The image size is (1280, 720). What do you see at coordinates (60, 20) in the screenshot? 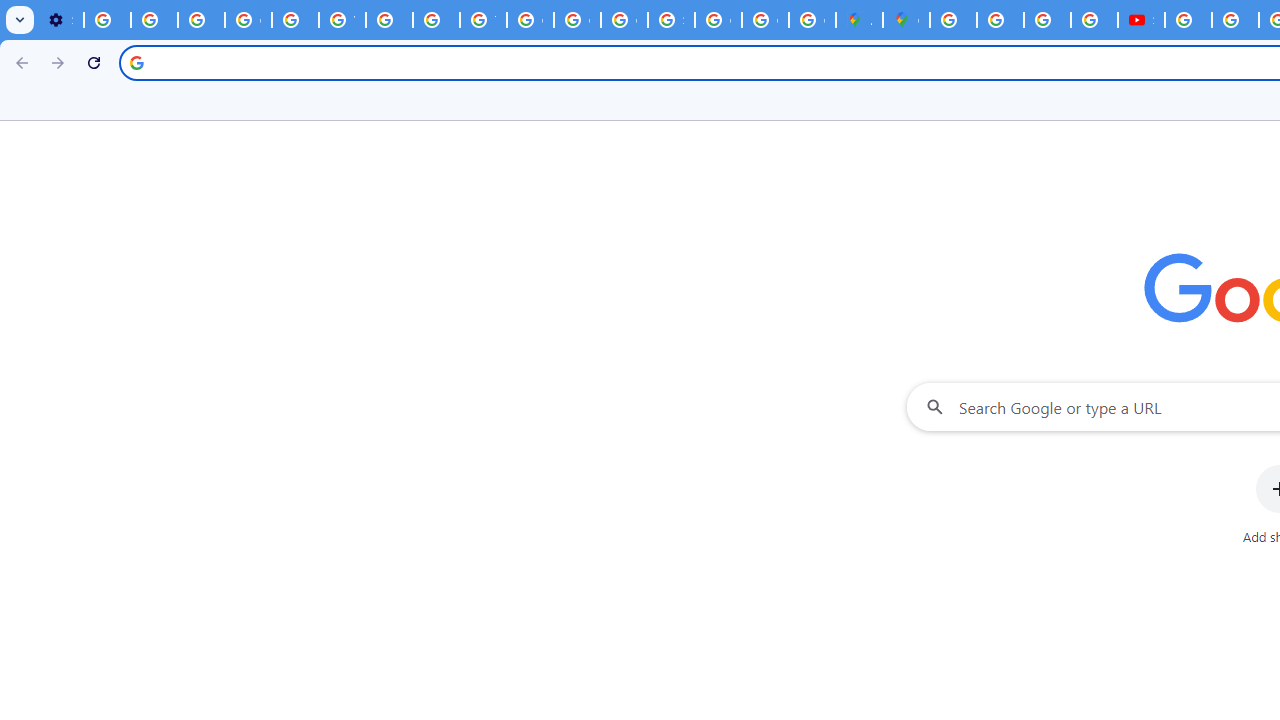
I see `'Settings - Customize profile'` at bounding box center [60, 20].